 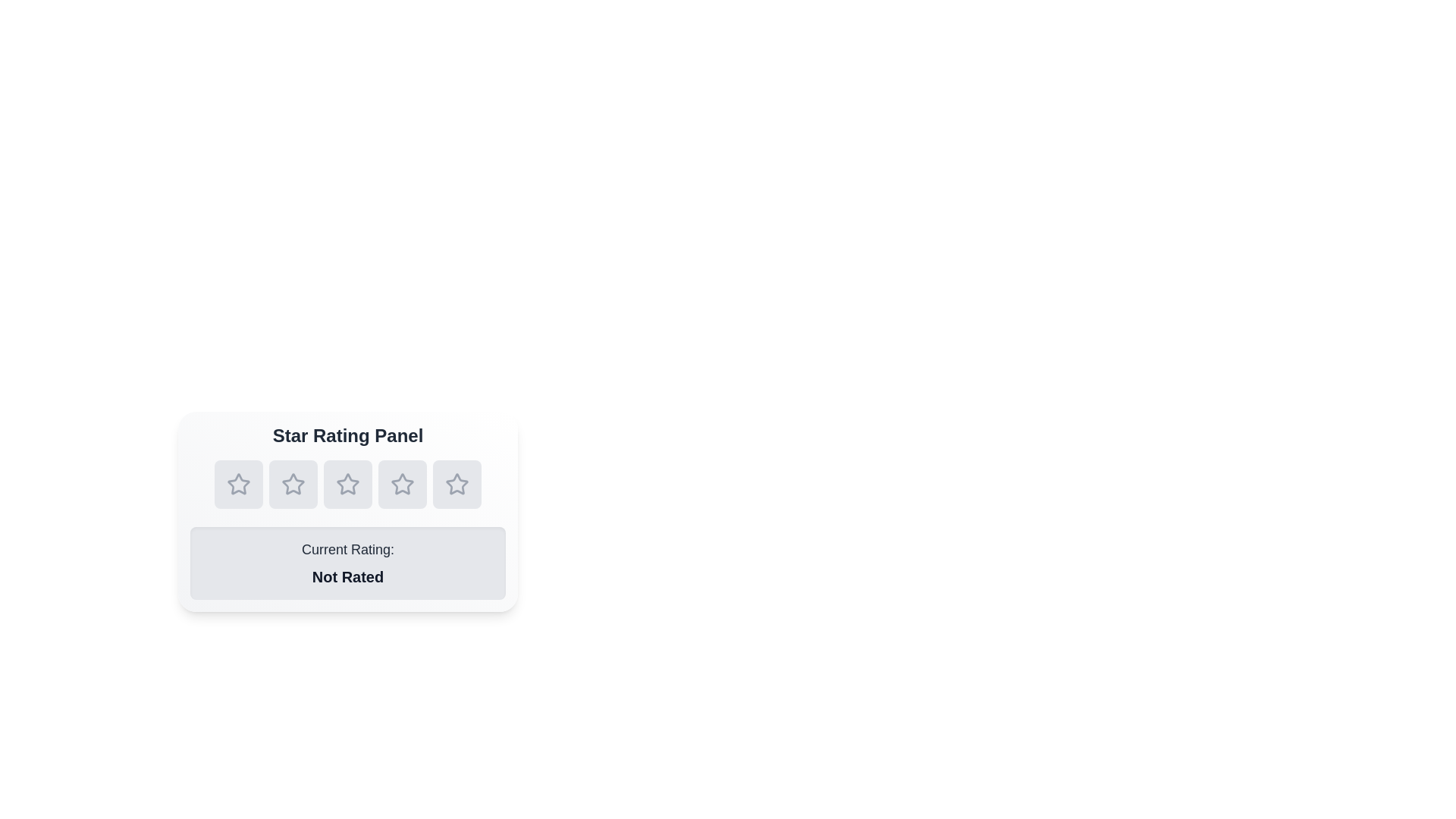 I want to click on the second interactive star in the star rating system, so click(x=293, y=485).